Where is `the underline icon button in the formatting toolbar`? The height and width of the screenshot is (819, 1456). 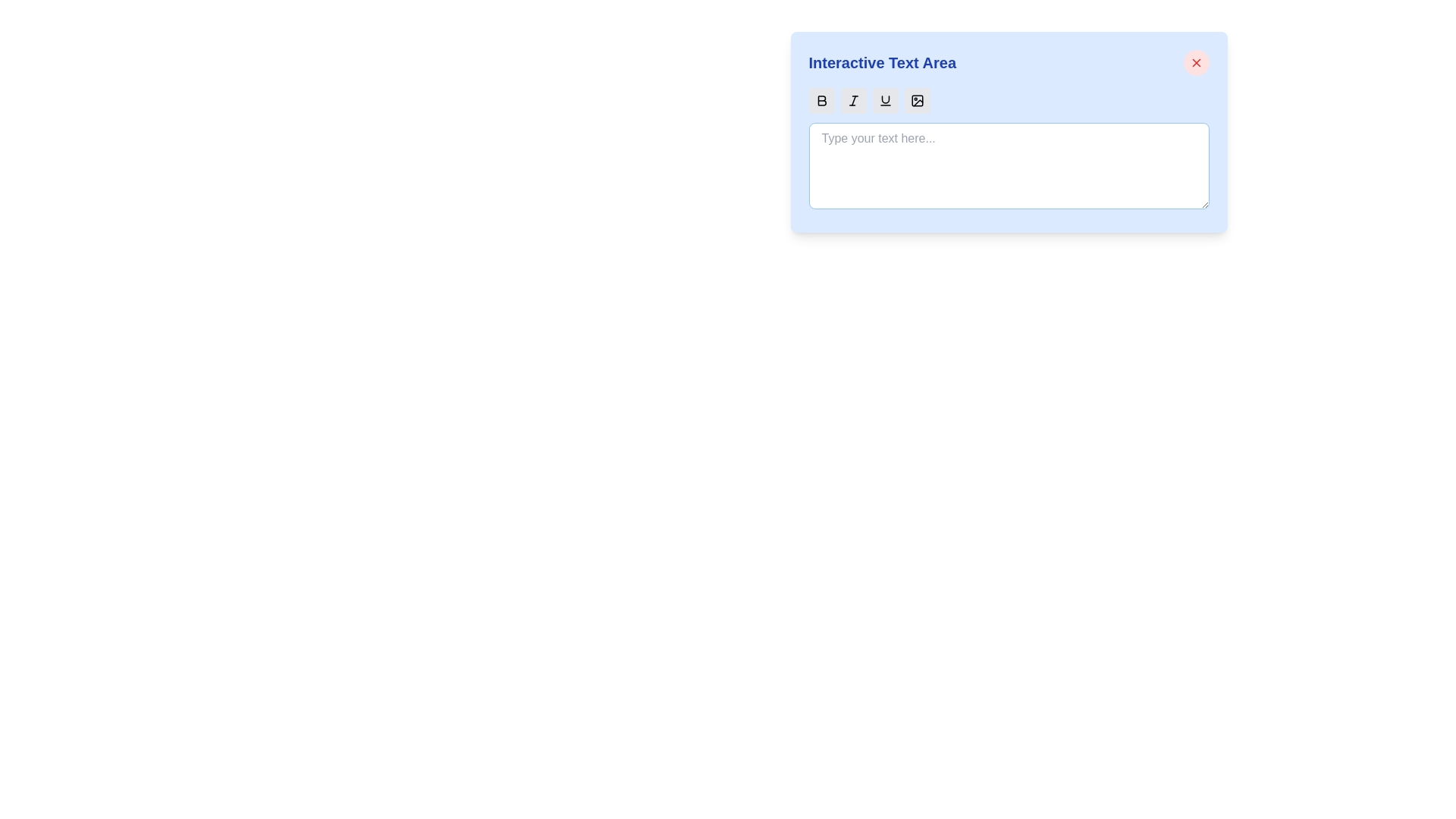 the underline icon button in the formatting toolbar is located at coordinates (885, 100).